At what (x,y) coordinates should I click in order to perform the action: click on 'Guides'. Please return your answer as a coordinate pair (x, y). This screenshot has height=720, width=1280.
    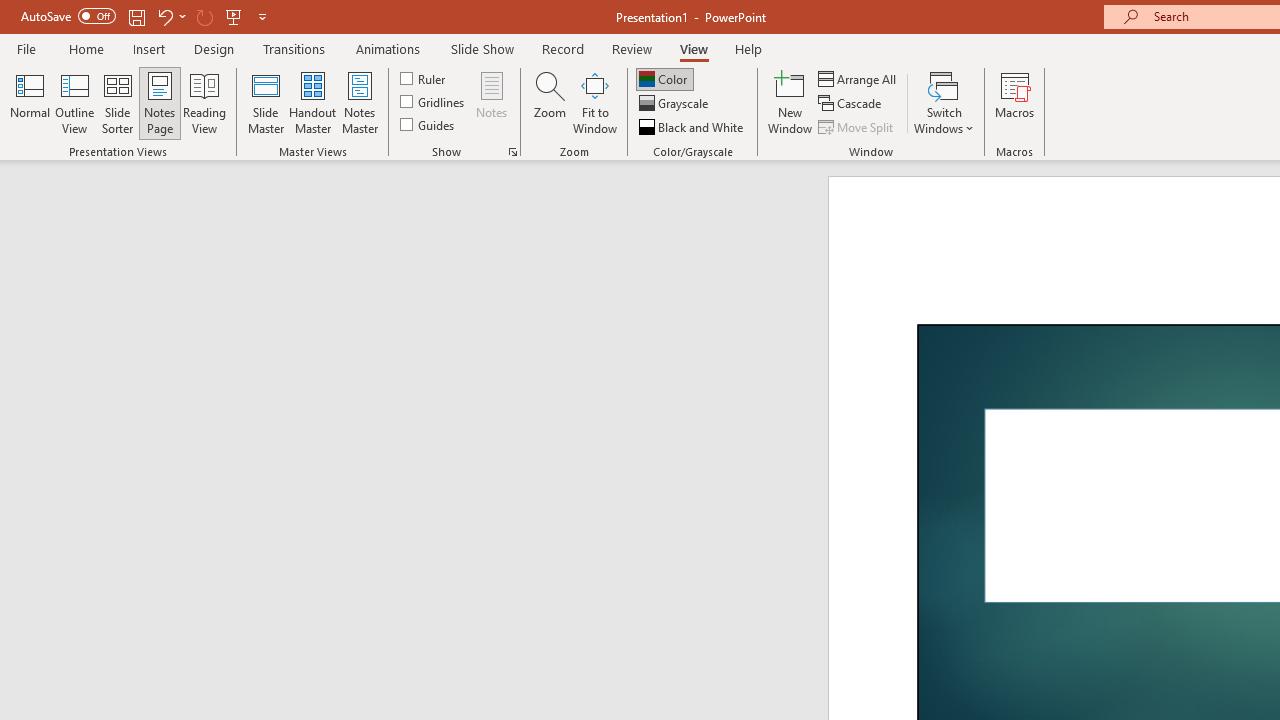
    Looking at the image, I should click on (427, 124).